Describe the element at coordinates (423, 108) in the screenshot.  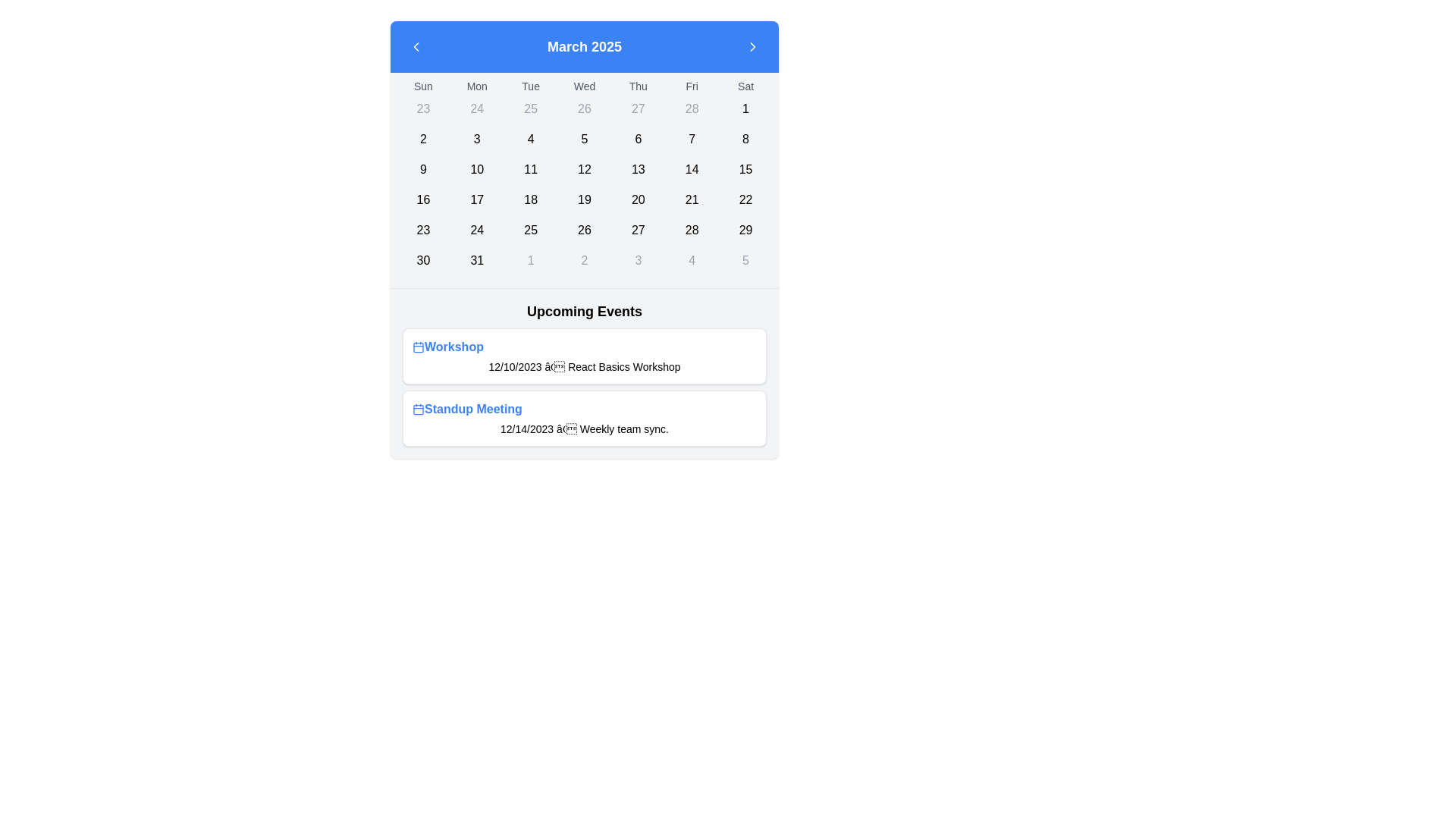
I see `the circular date button labeled '23' in the calendar's first column (Sunday) of the second row to trigger a visual response` at that location.